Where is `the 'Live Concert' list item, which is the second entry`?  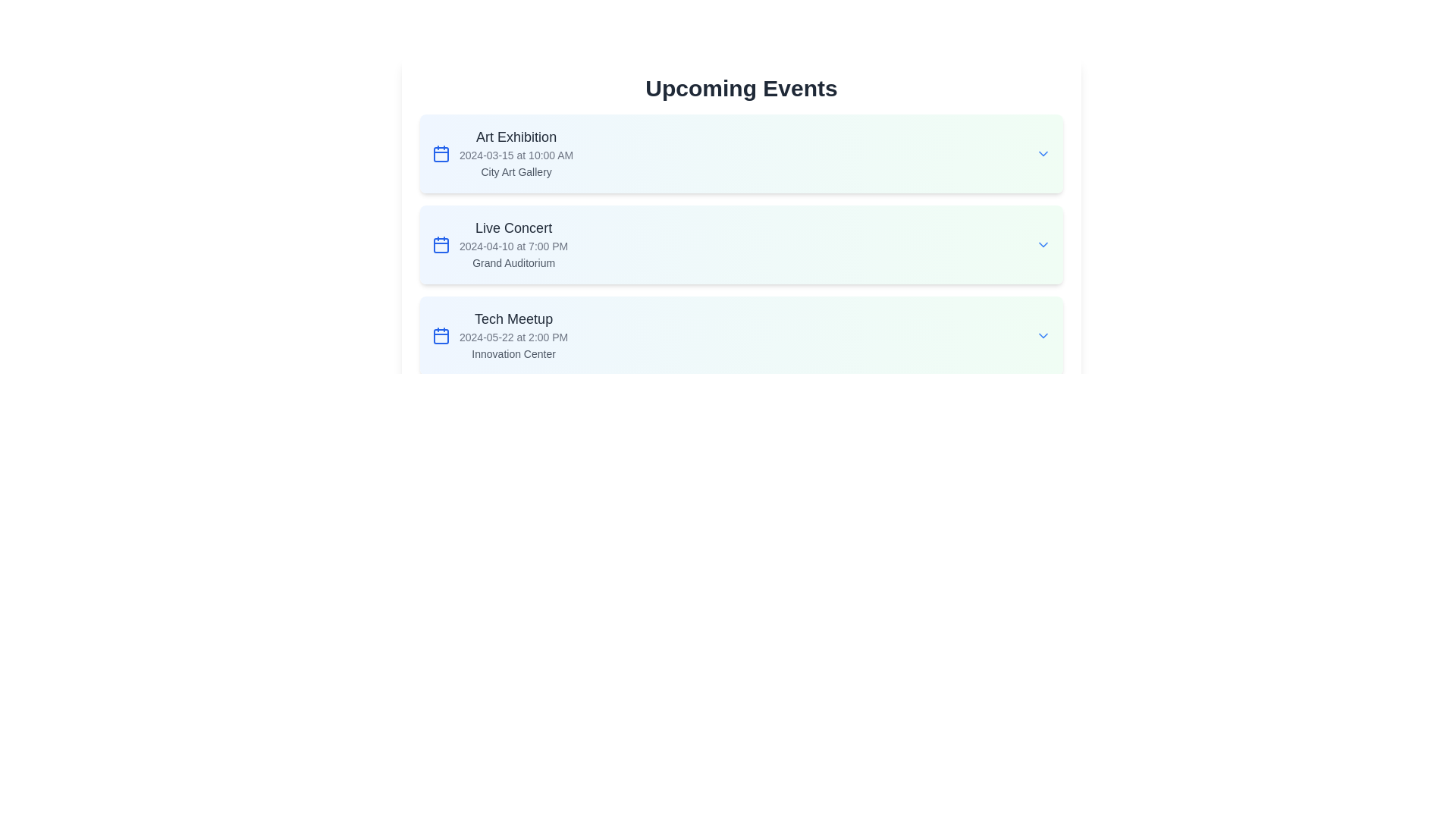
the 'Live Concert' list item, which is the second entry is located at coordinates (742, 244).